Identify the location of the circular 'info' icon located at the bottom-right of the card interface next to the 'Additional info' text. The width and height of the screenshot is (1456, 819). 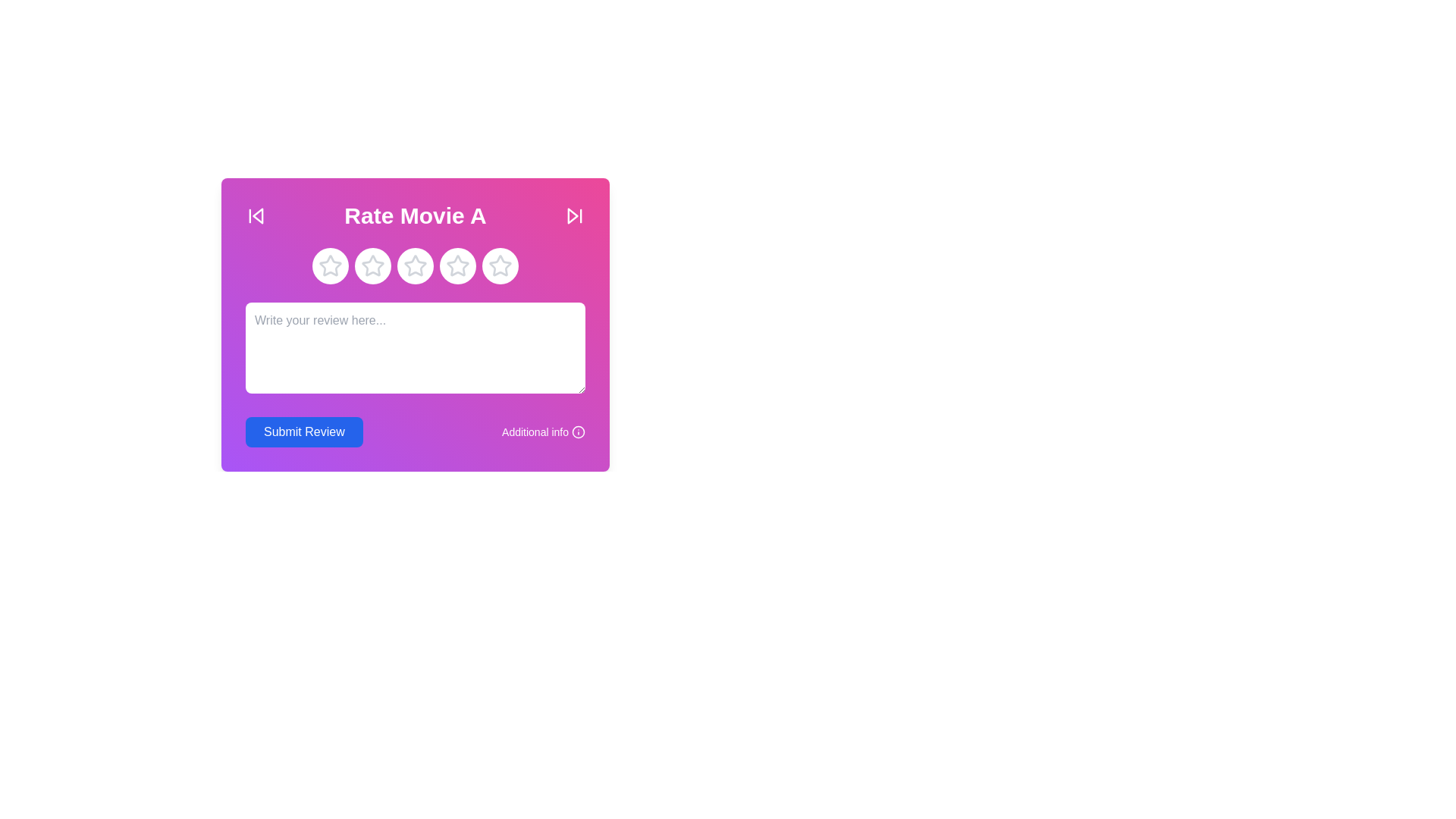
(578, 432).